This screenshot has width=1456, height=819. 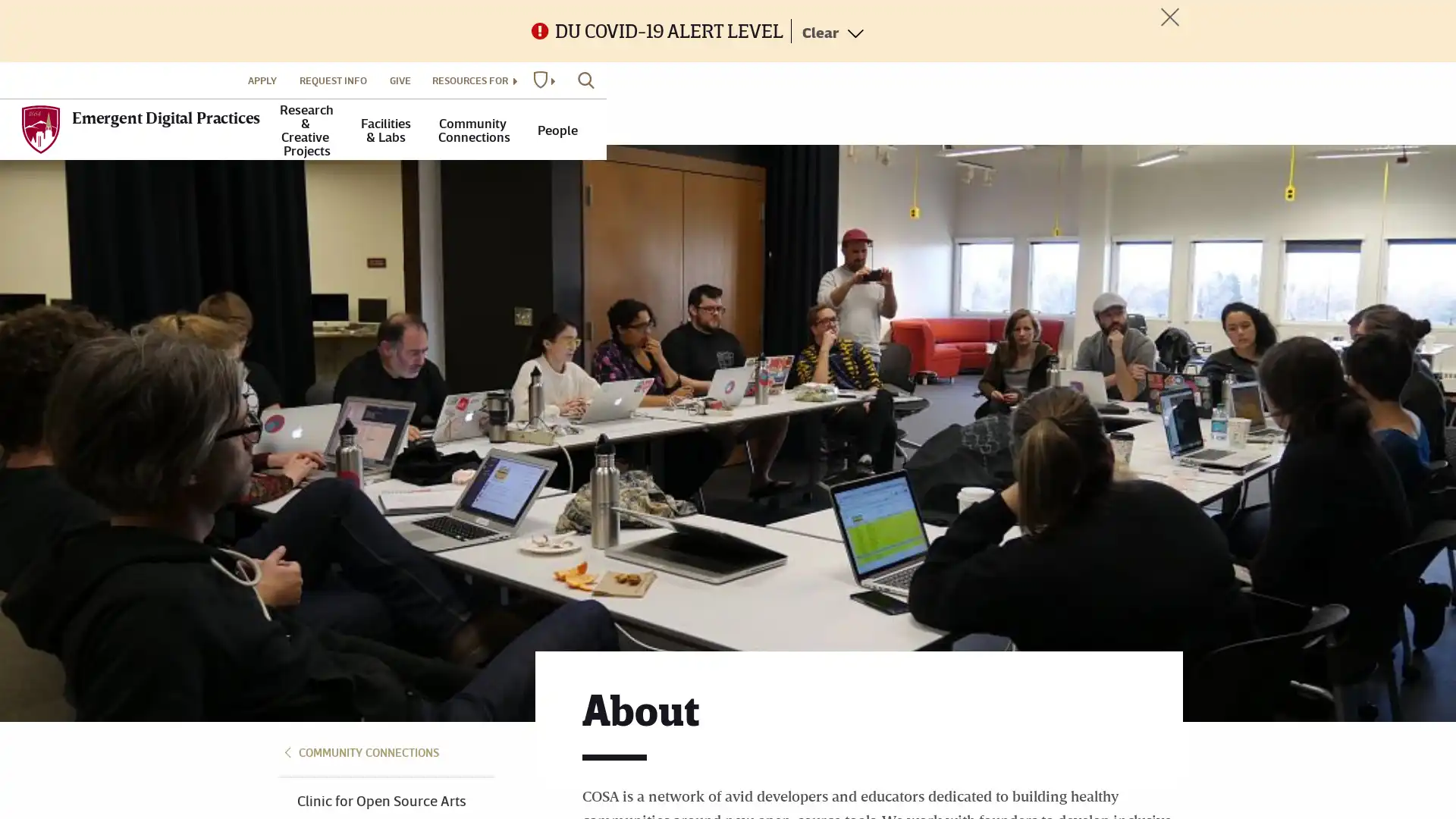 I want to click on SEARCH, so click(x=1161, y=80).